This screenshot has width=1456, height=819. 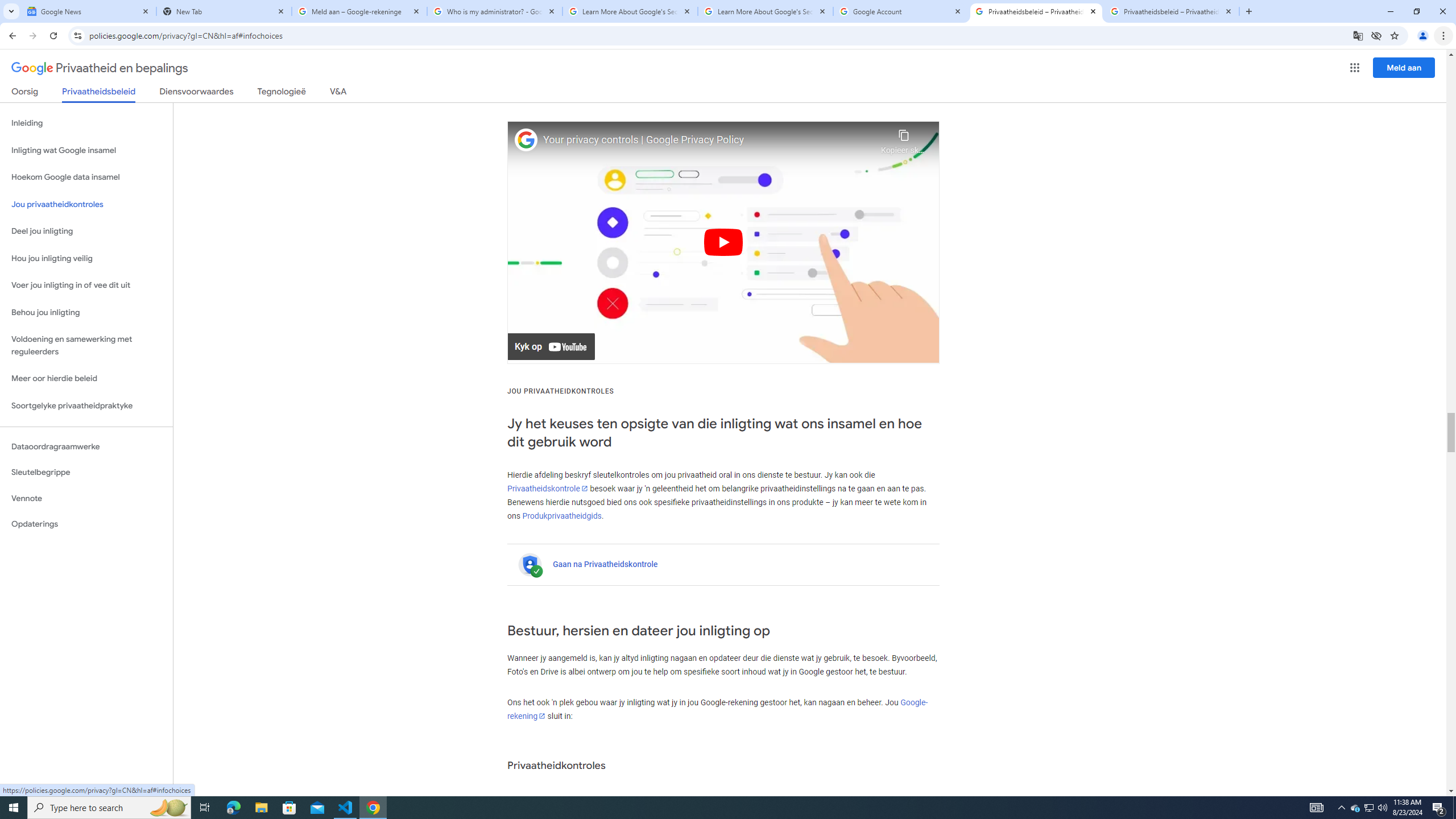 I want to click on 'New Tab', so click(x=224, y=11).